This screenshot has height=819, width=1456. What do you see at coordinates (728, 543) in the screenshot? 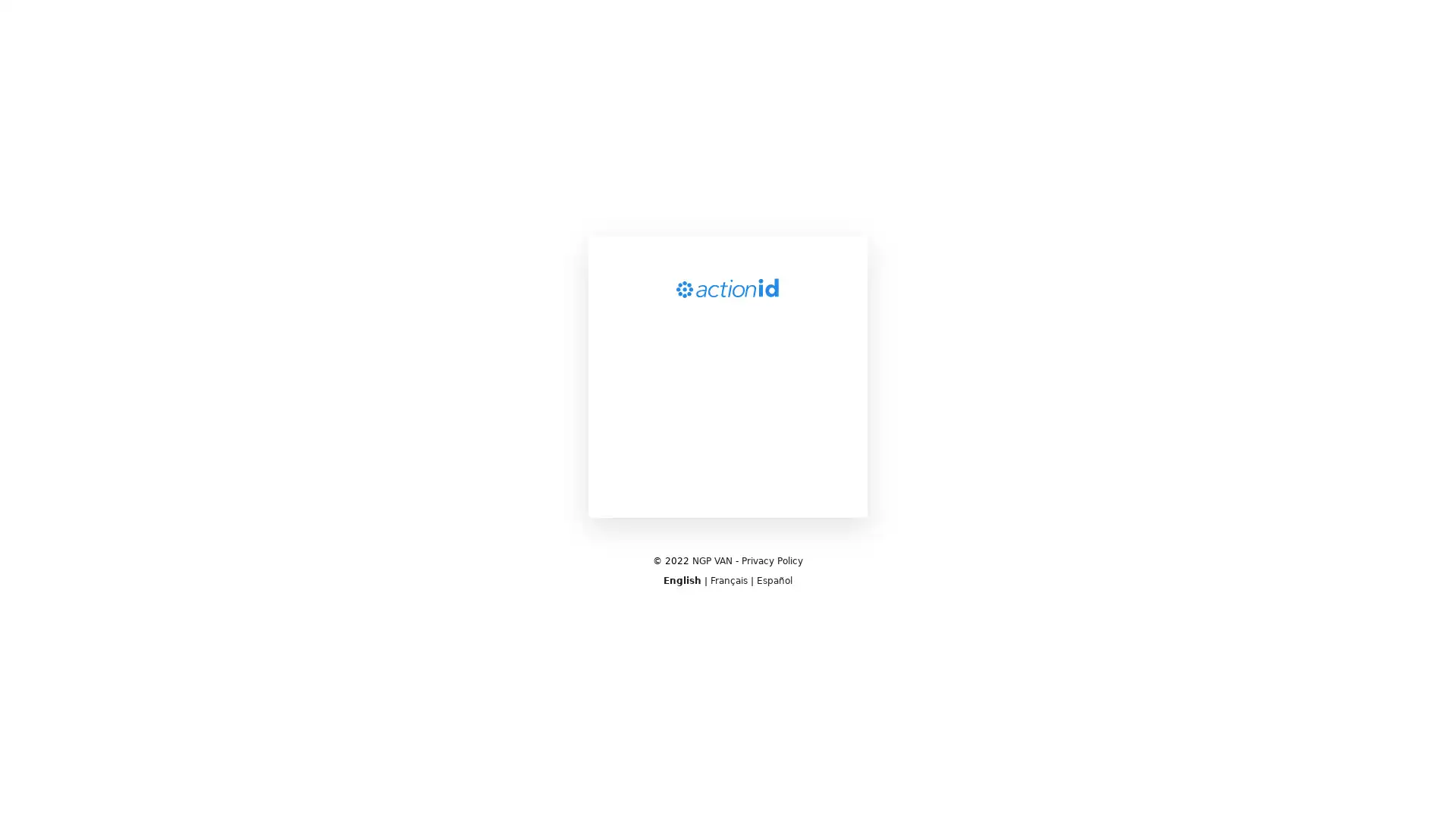
I see `Sign Up` at bounding box center [728, 543].